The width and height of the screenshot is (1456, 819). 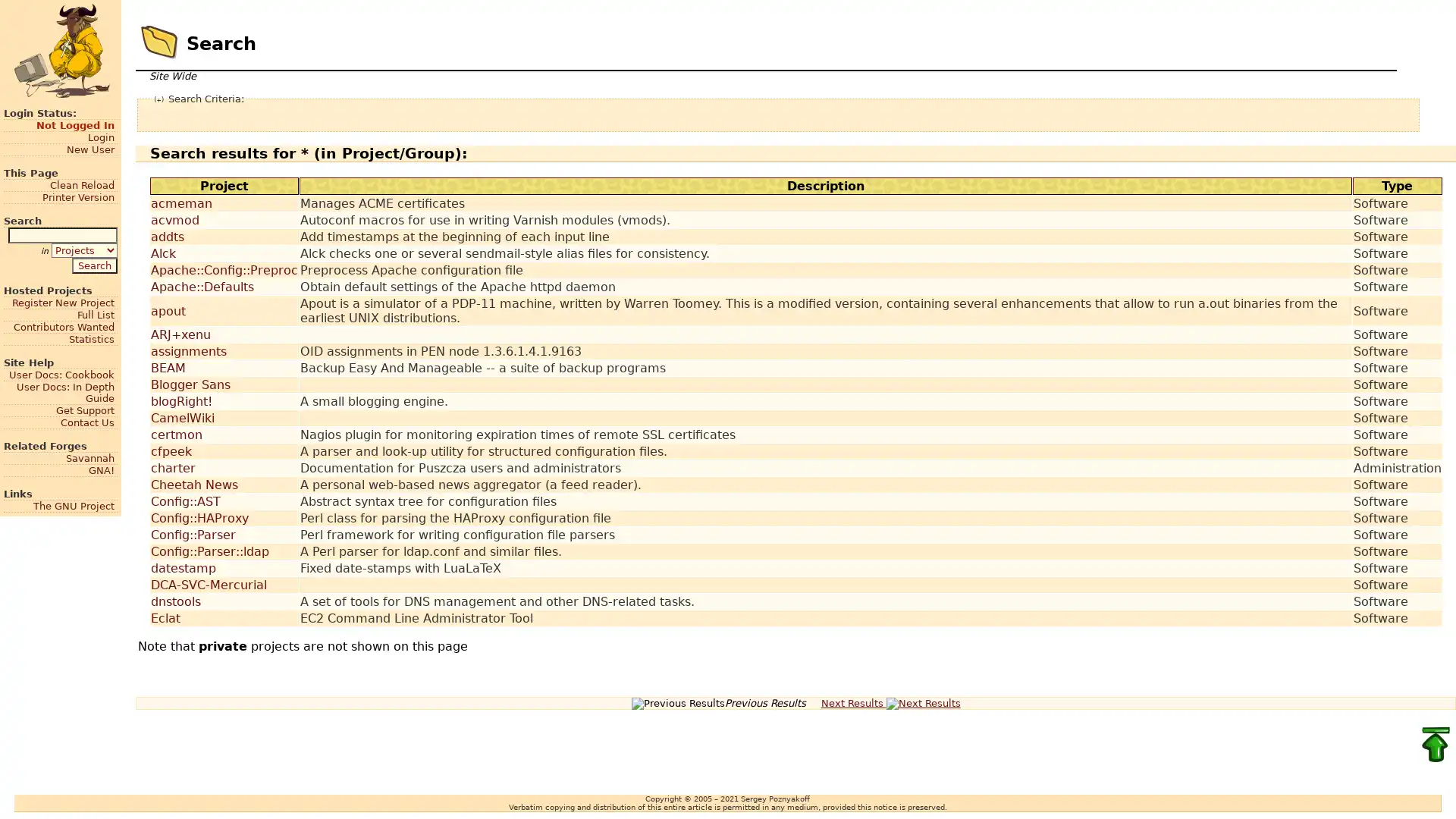 I want to click on Search, so click(x=93, y=264).